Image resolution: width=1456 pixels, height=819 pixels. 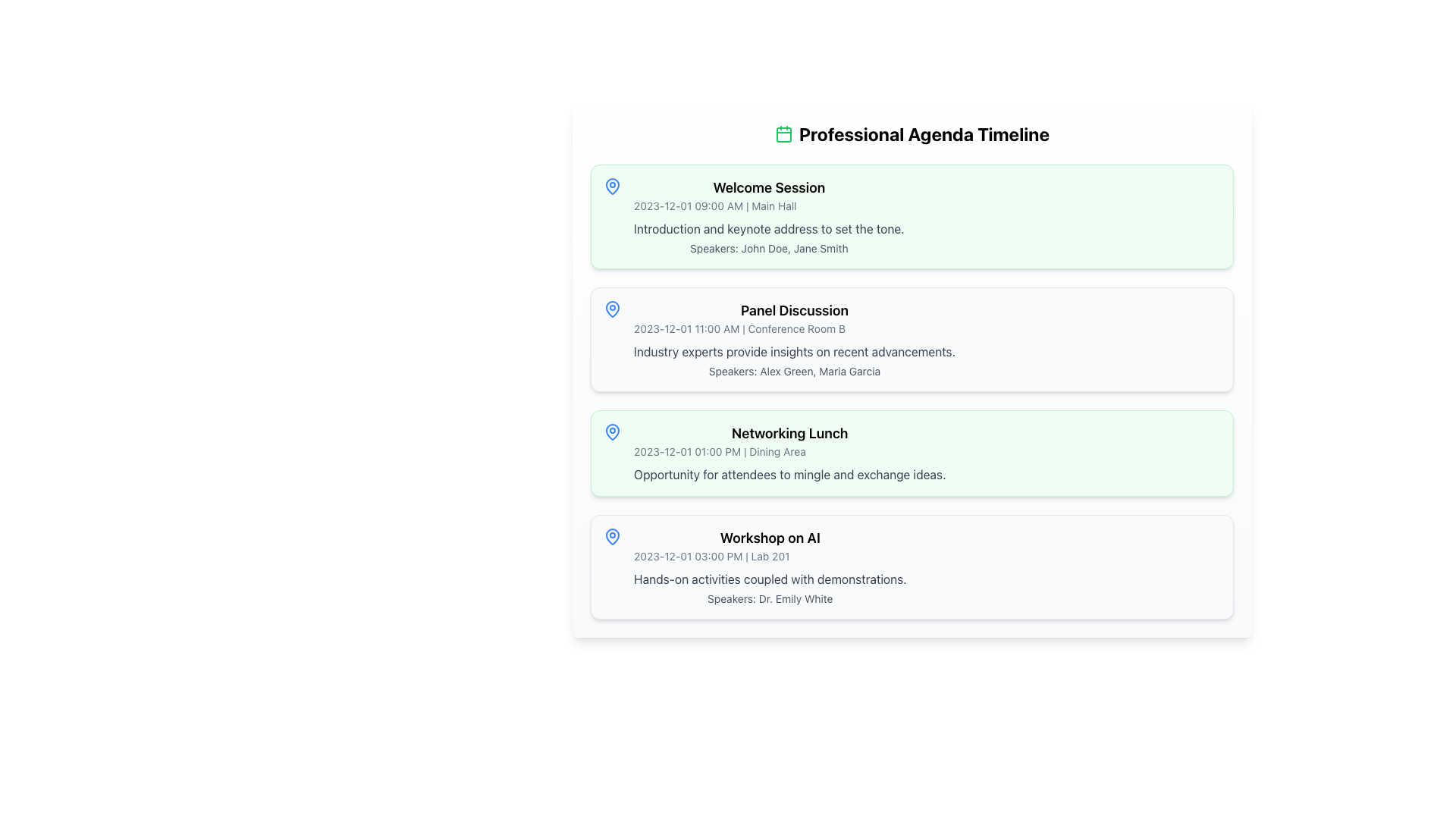 What do you see at coordinates (769, 228) in the screenshot?
I see `the Text Display containing the text 'Introduction and keynote address to set the tone.' which is located below the title 'Welcome Session' and above 'Speakers: John Doe, Jane Smith'` at bounding box center [769, 228].